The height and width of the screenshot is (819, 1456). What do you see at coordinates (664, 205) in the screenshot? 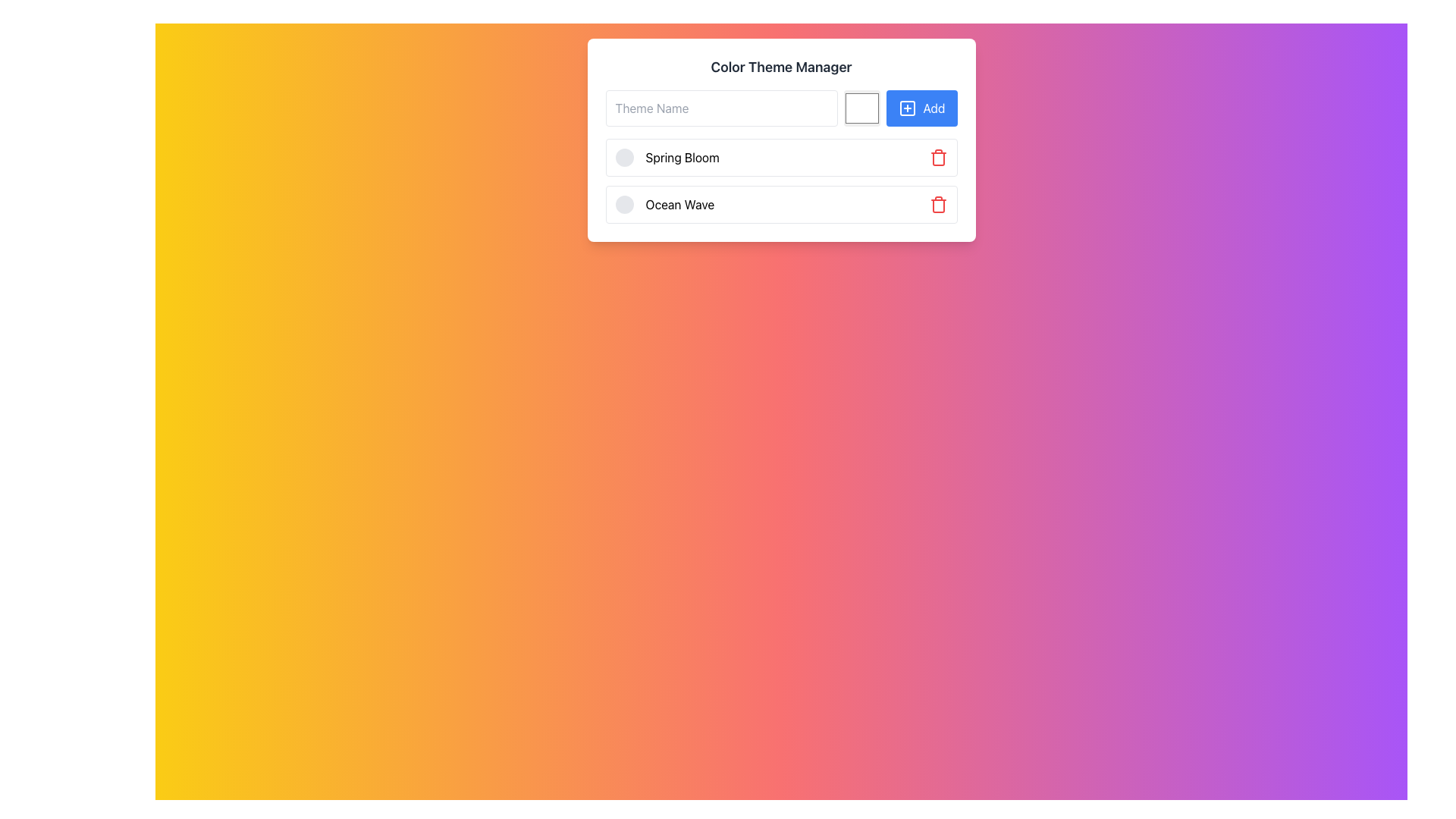
I see `the selectable list item labeled 'Ocean Wave' which is the second entry in the Color Theme Manager, located below 'Spring Bloom'` at bounding box center [664, 205].